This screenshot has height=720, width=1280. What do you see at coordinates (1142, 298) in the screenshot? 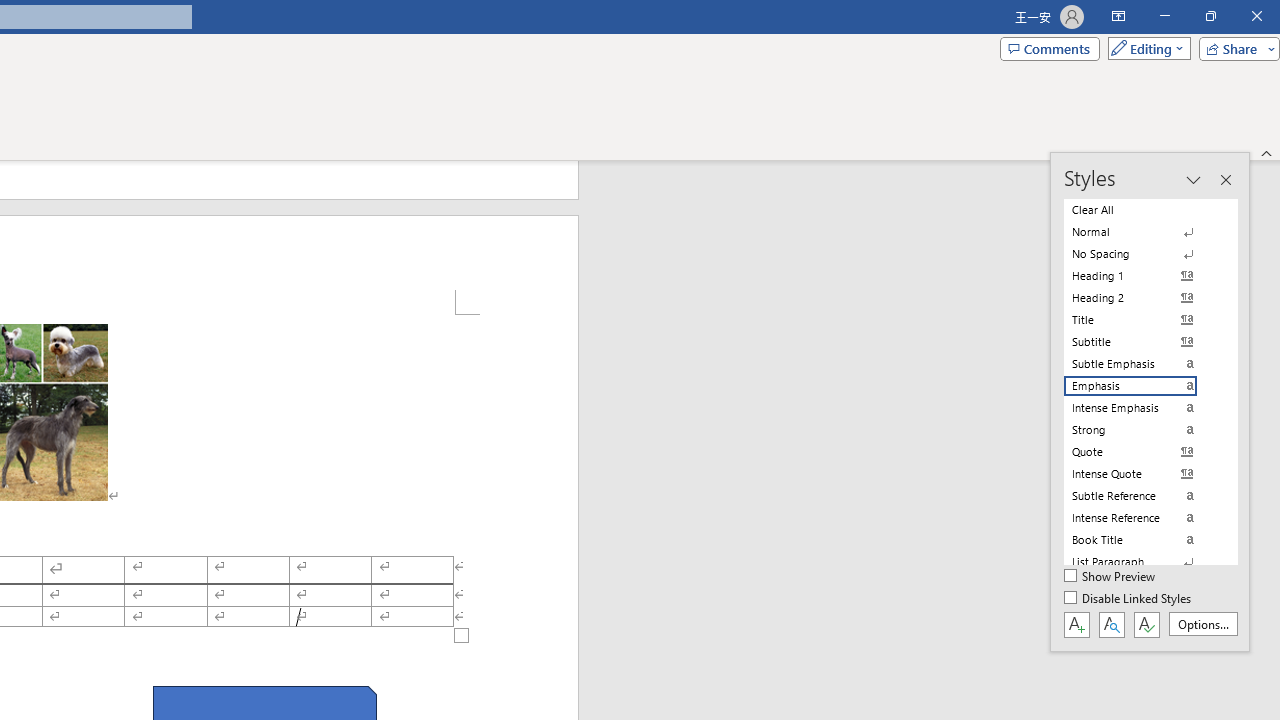
I see `'Heading 2'` at bounding box center [1142, 298].